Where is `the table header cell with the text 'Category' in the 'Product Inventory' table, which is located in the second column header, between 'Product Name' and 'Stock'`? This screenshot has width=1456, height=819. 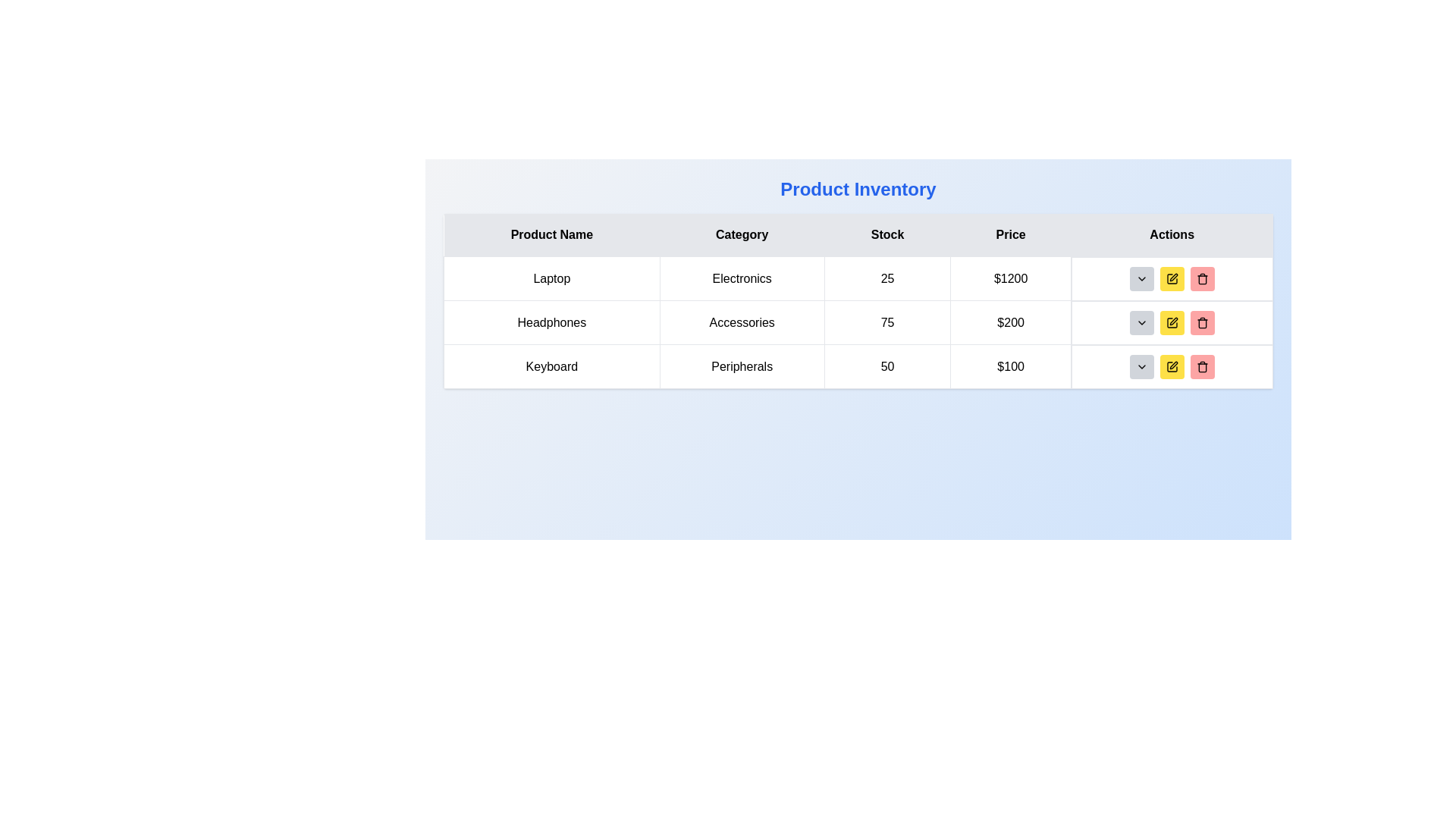
the table header cell with the text 'Category' in the 'Product Inventory' table, which is located in the second column header, between 'Product Name' and 'Stock' is located at coordinates (742, 235).